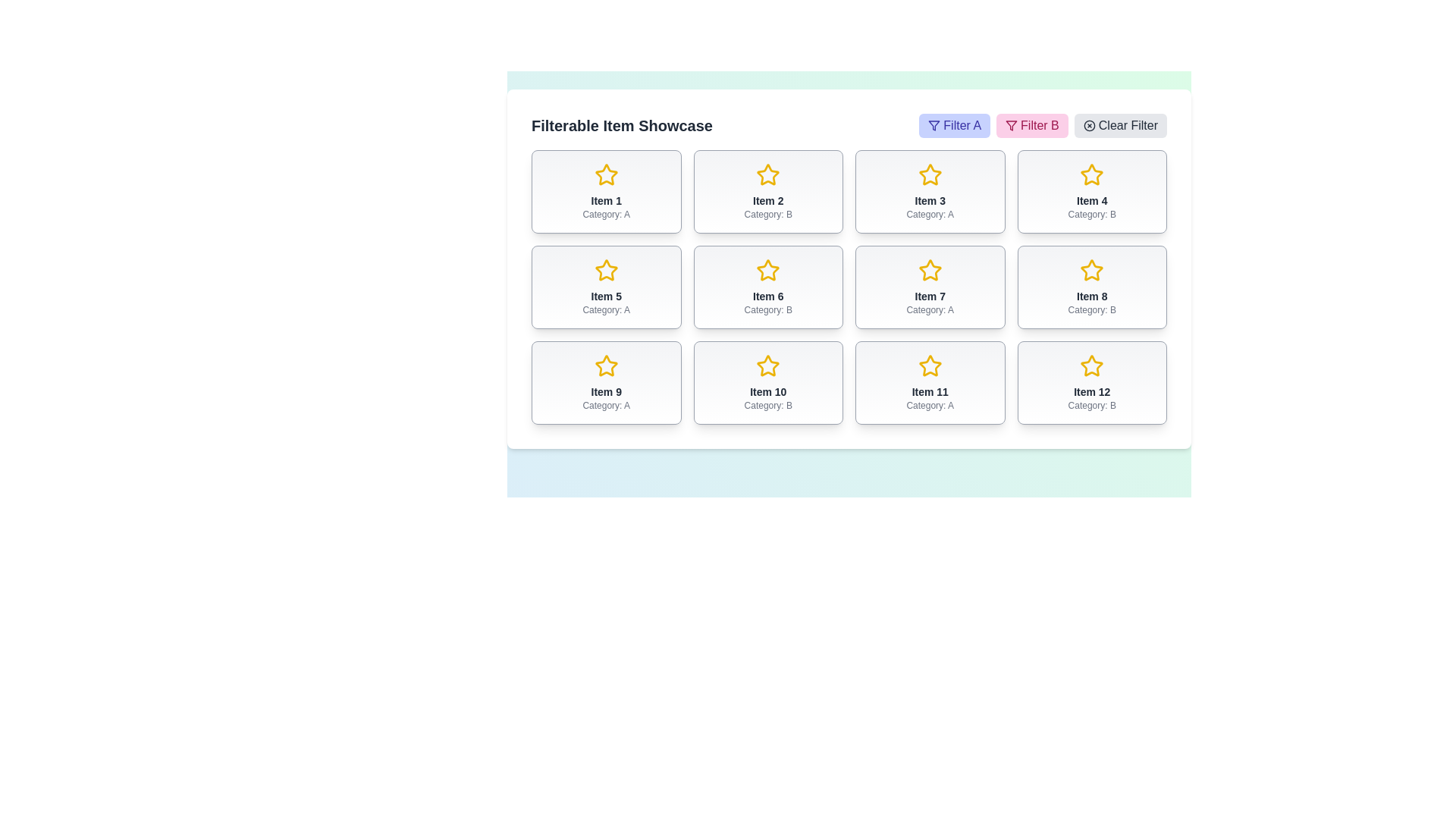 This screenshot has width=1456, height=819. What do you see at coordinates (605, 174) in the screenshot?
I see `the star-shaped icon outlined in yellow within the card labeled 'Item 1' in the 'Filterable Item Showcase' section` at bounding box center [605, 174].